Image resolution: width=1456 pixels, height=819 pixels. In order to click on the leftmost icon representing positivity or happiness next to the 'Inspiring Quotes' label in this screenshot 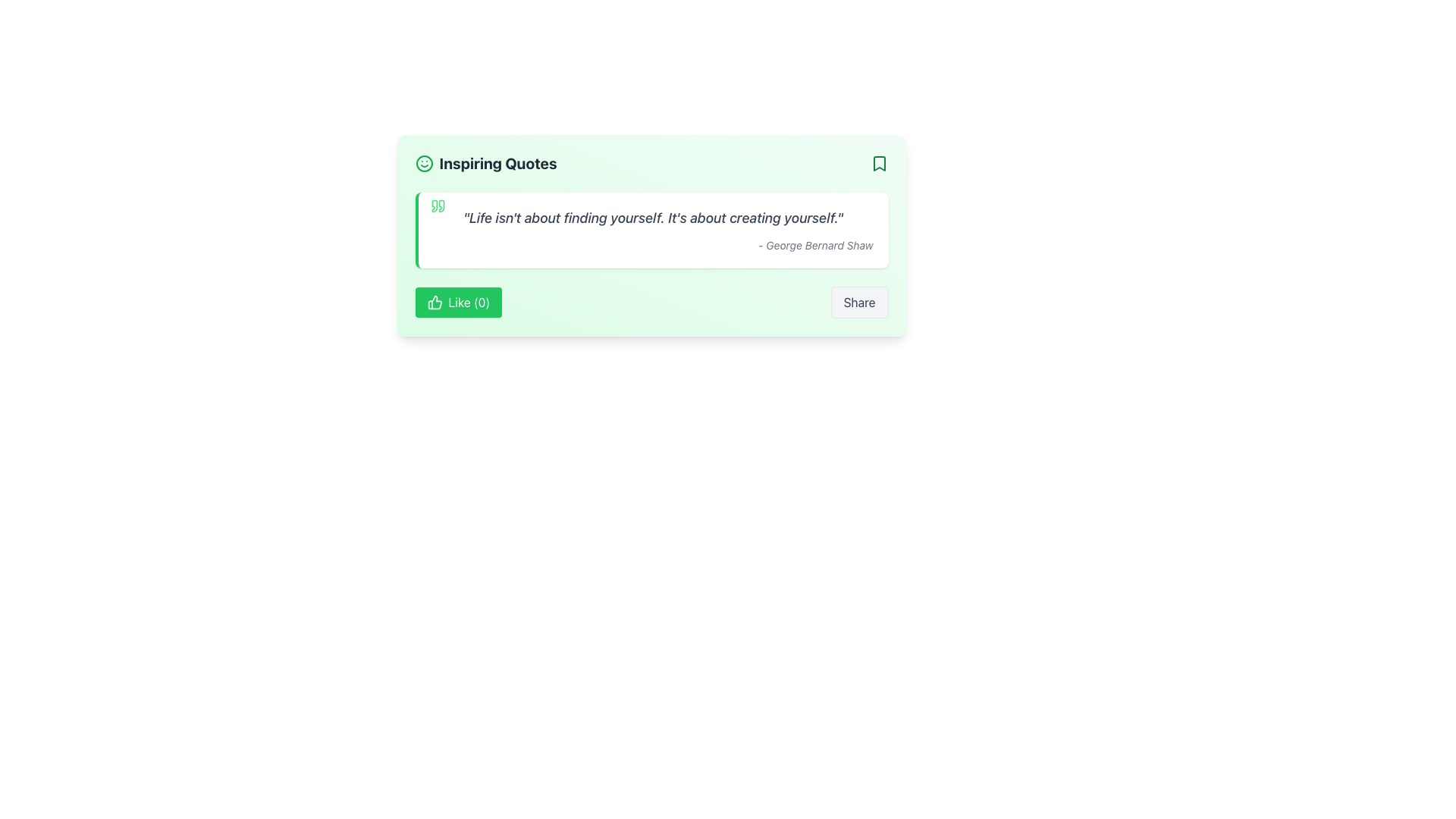, I will do `click(424, 164)`.